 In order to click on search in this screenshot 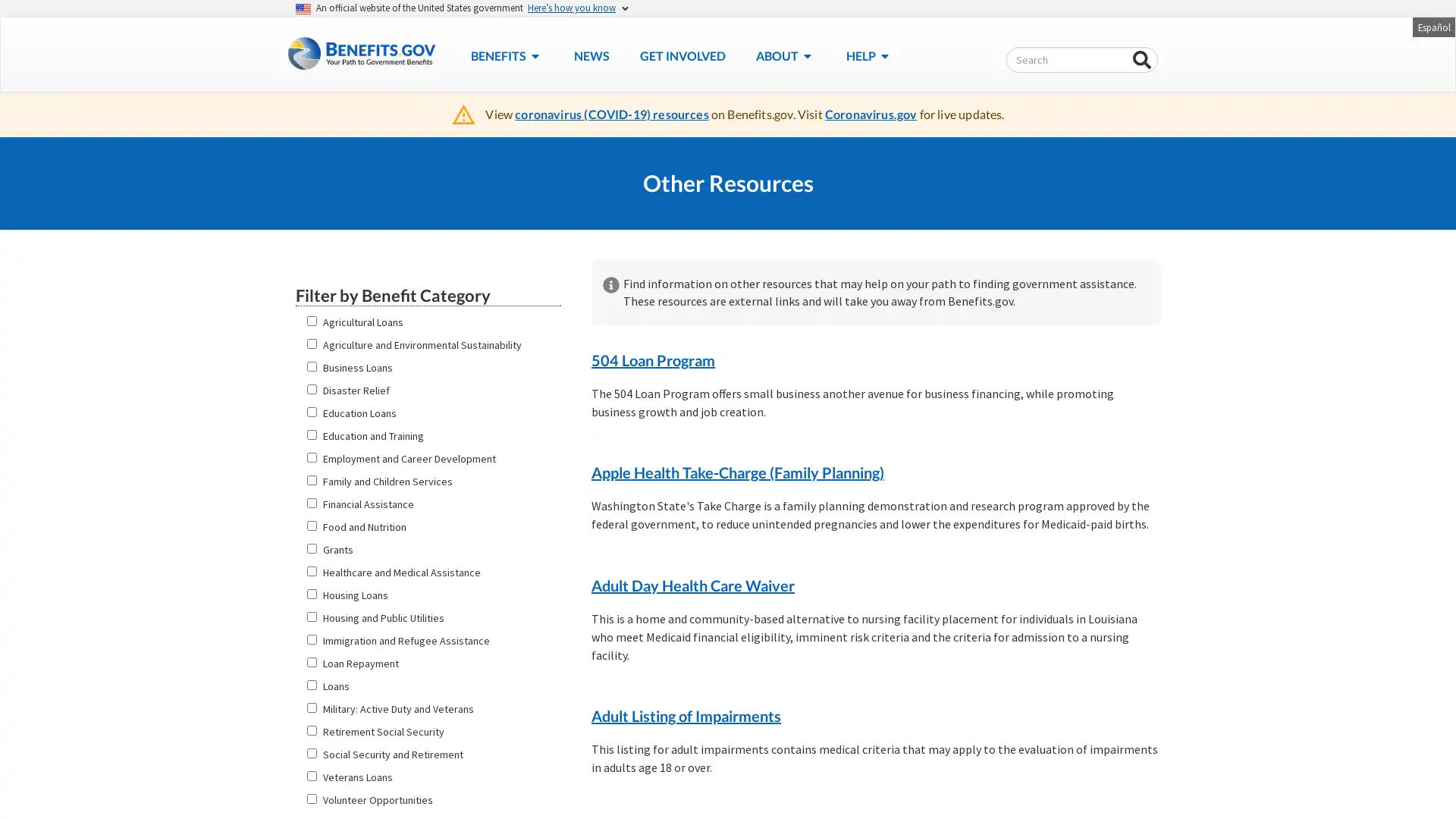, I will do `click(1142, 60)`.